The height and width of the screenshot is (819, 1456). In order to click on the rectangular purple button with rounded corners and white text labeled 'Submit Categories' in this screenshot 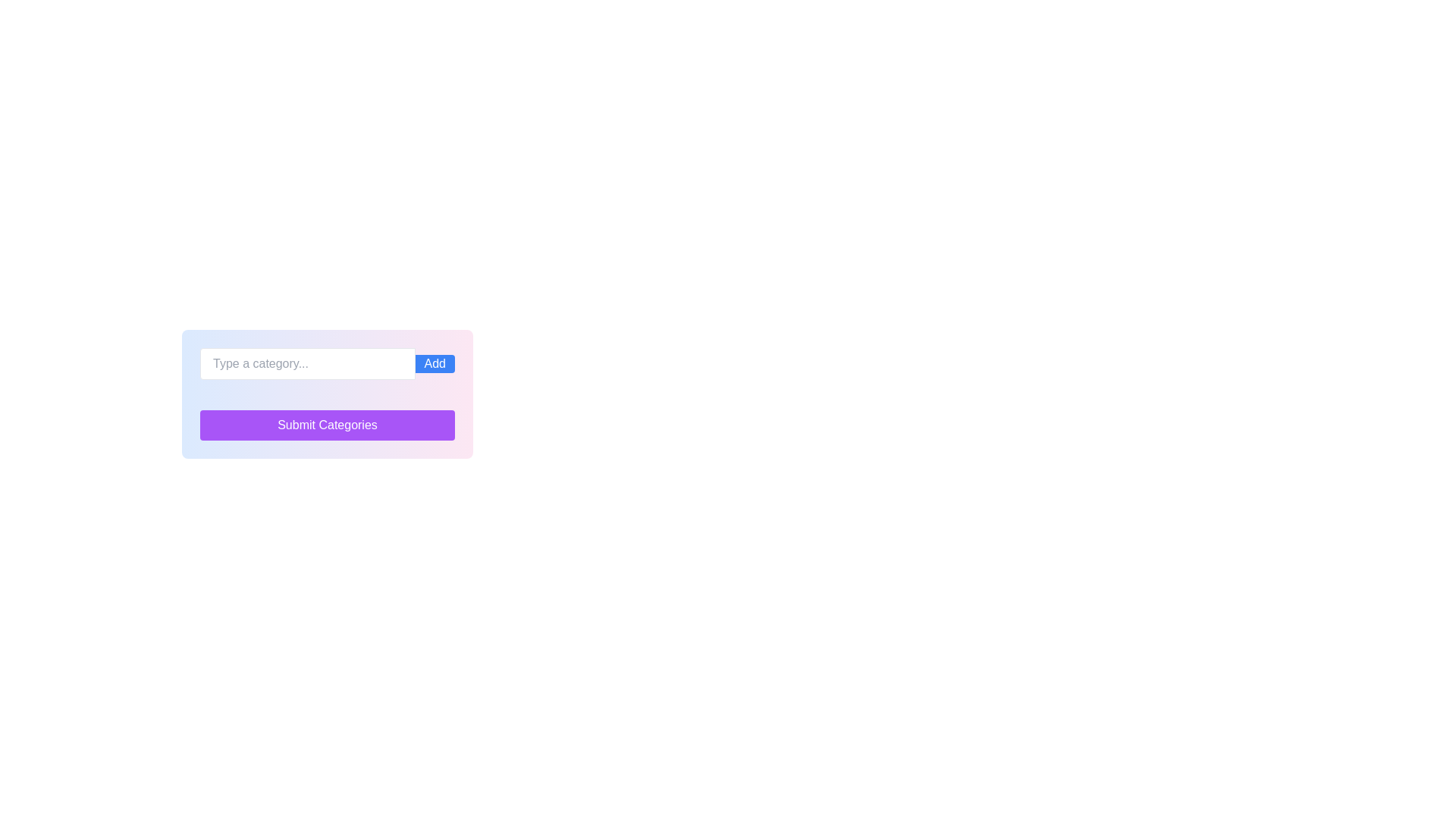, I will do `click(327, 425)`.